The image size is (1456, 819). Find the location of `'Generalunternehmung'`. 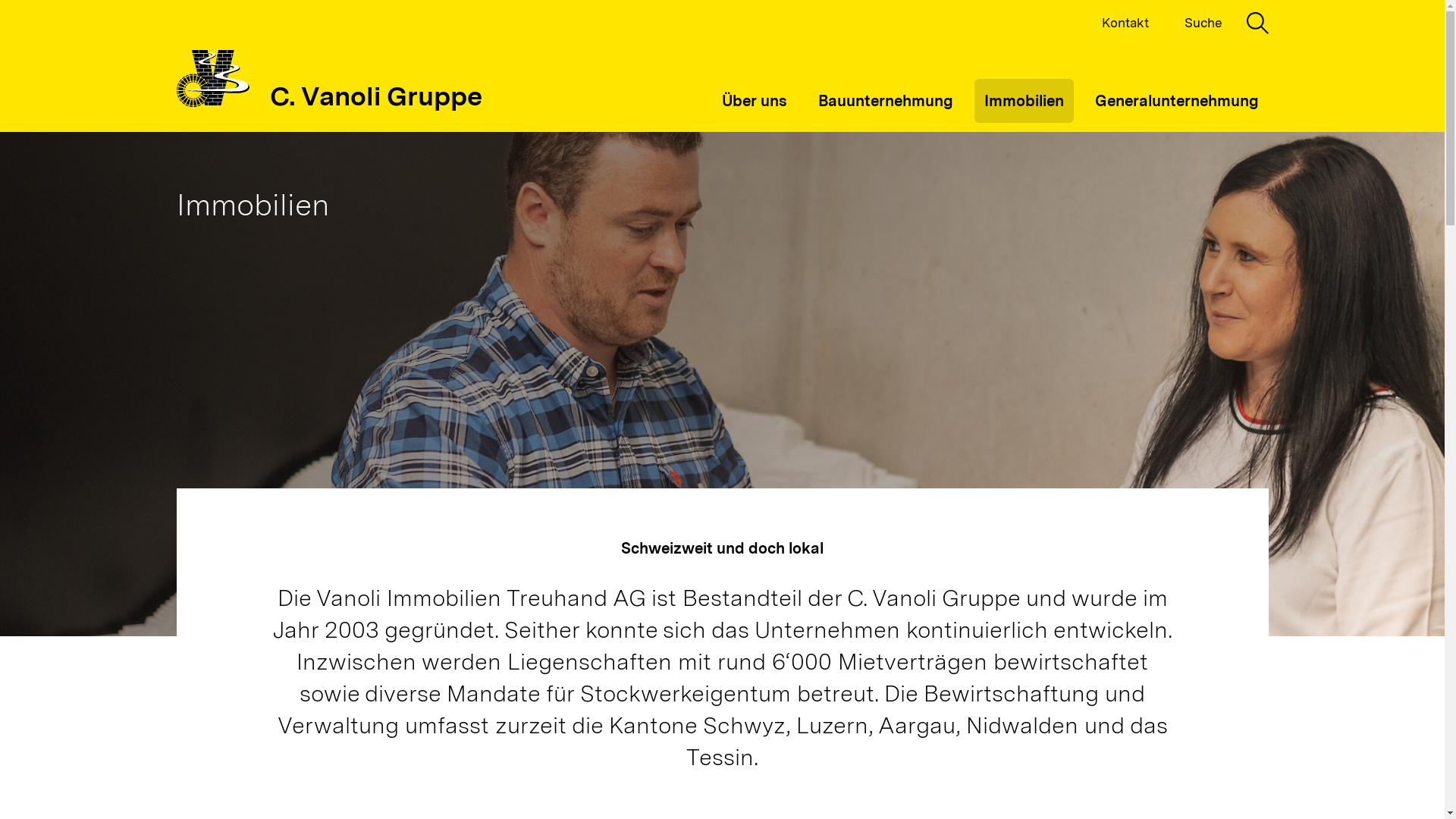

'Generalunternehmung' is located at coordinates (1175, 100).